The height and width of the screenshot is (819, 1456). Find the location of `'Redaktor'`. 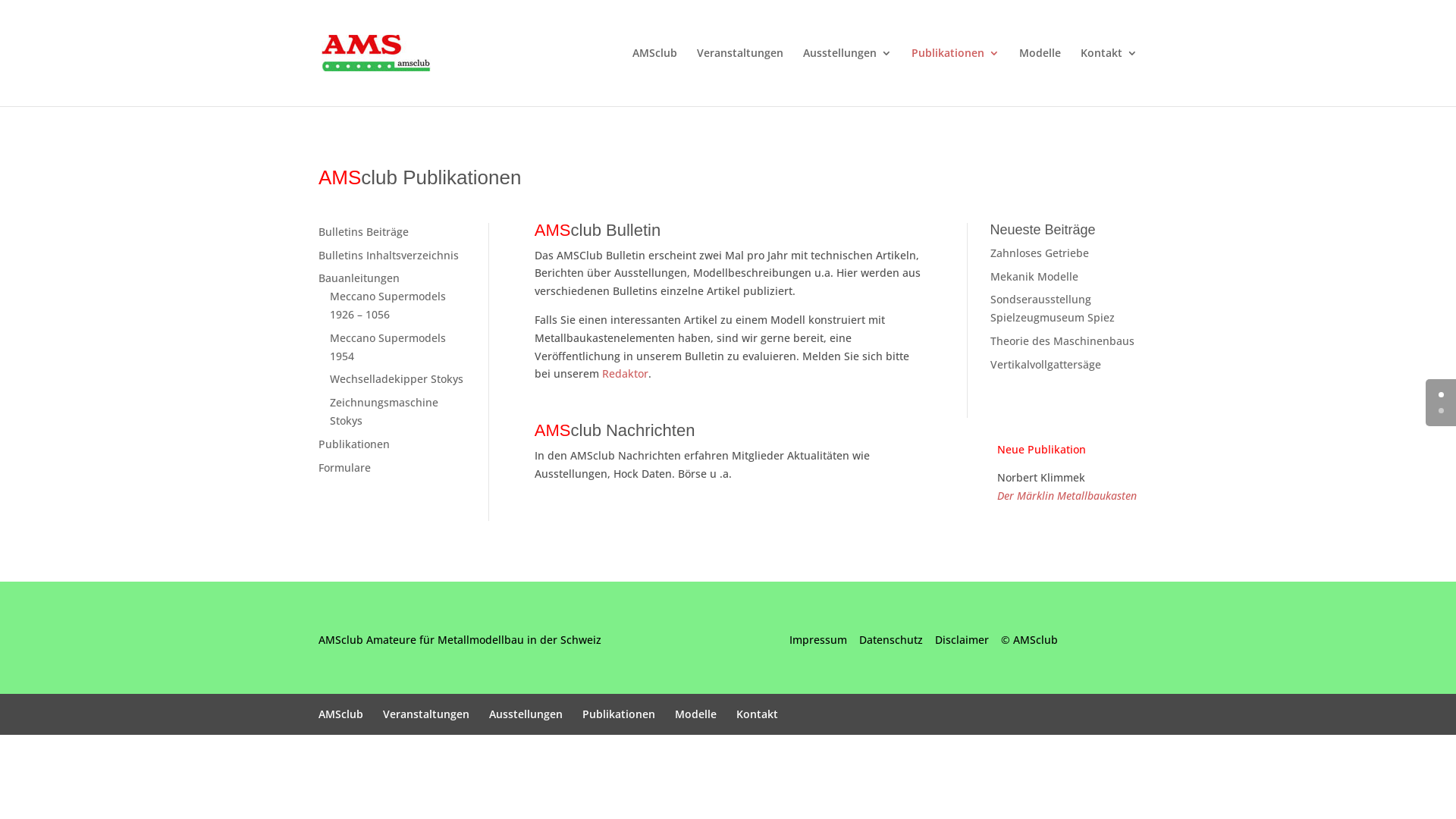

'Redaktor' is located at coordinates (601, 373).